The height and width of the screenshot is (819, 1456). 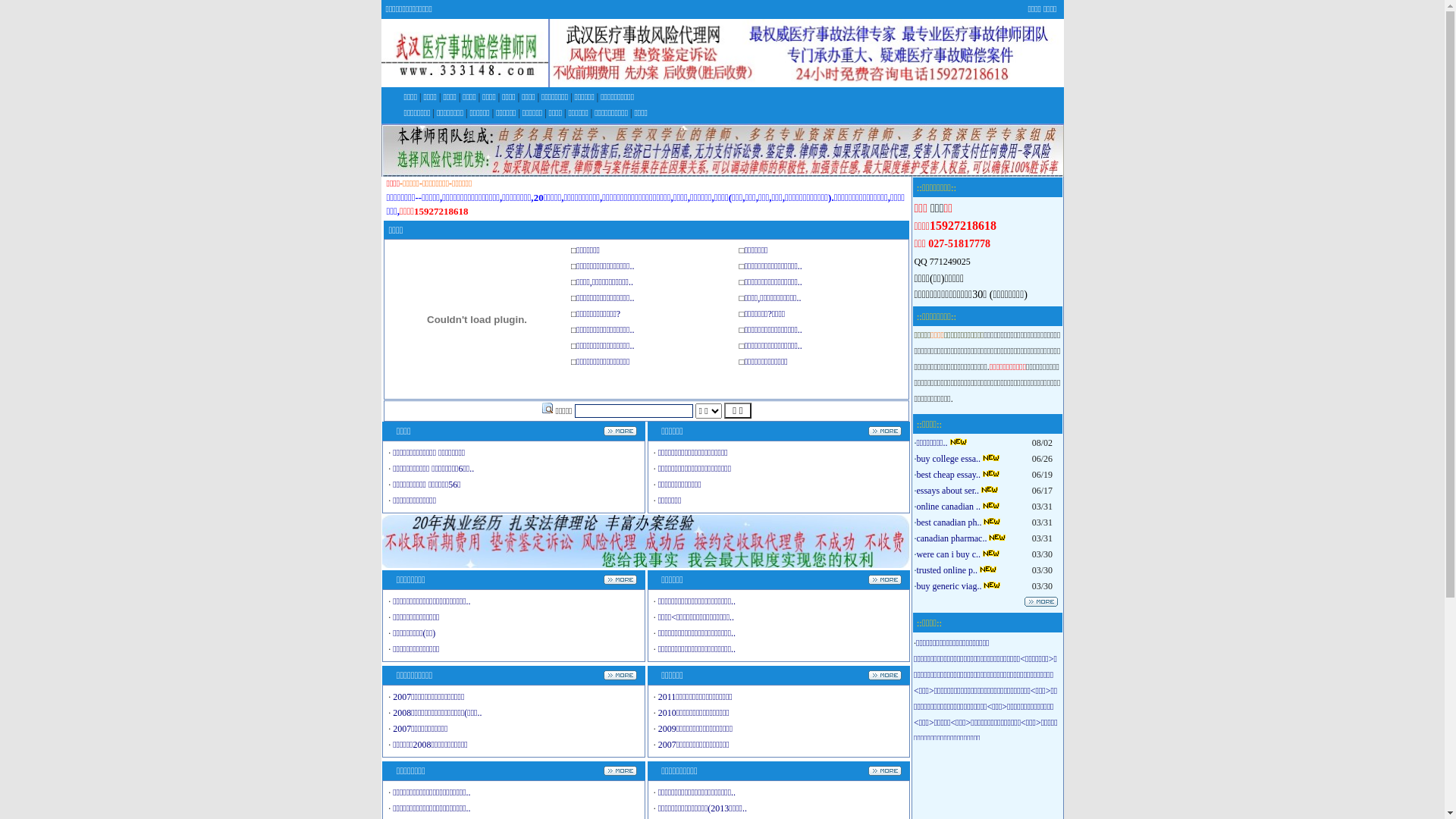 What do you see at coordinates (915, 554) in the screenshot?
I see `'were can i buy c..'` at bounding box center [915, 554].